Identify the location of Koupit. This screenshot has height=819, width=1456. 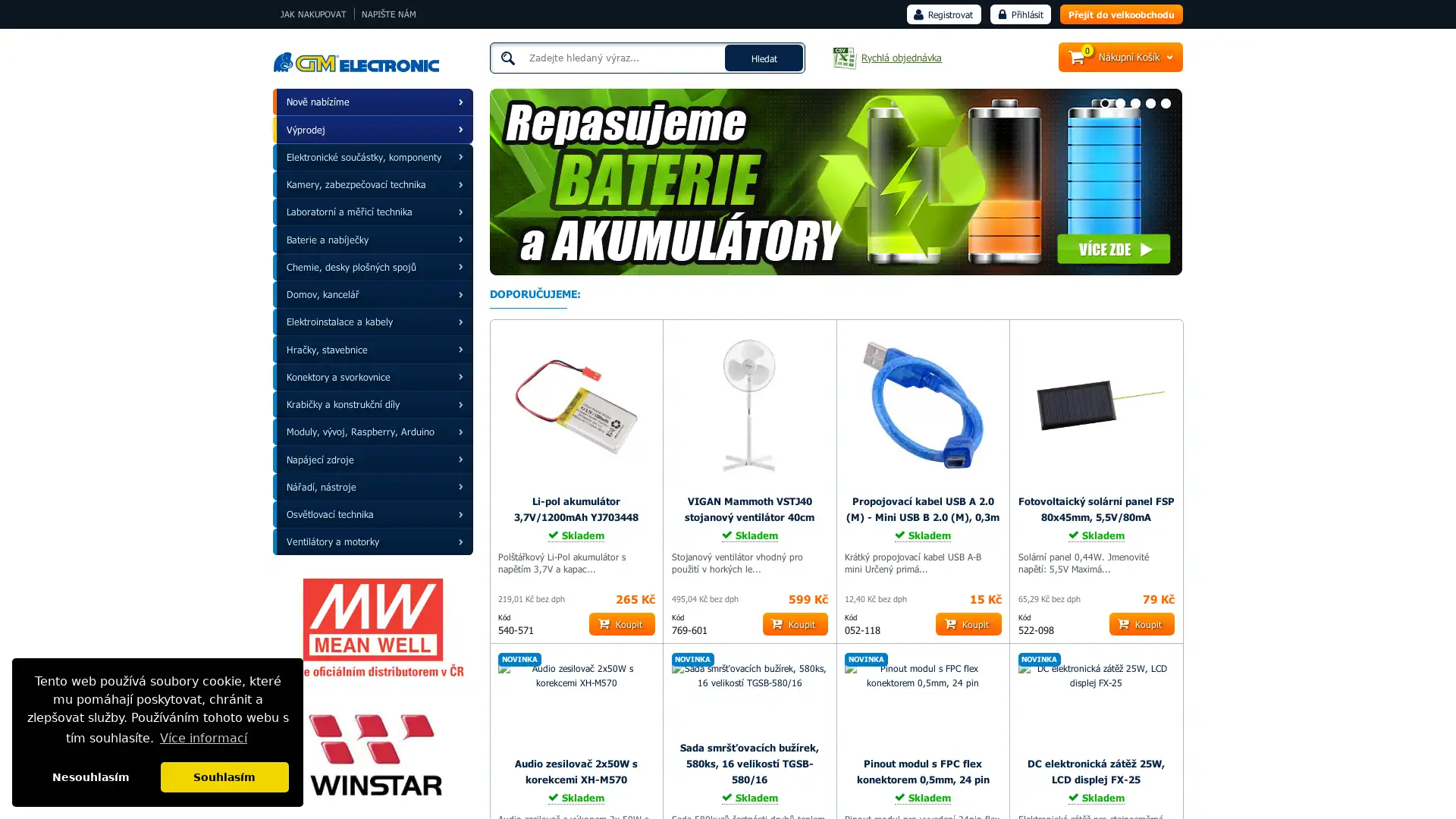
(622, 623).